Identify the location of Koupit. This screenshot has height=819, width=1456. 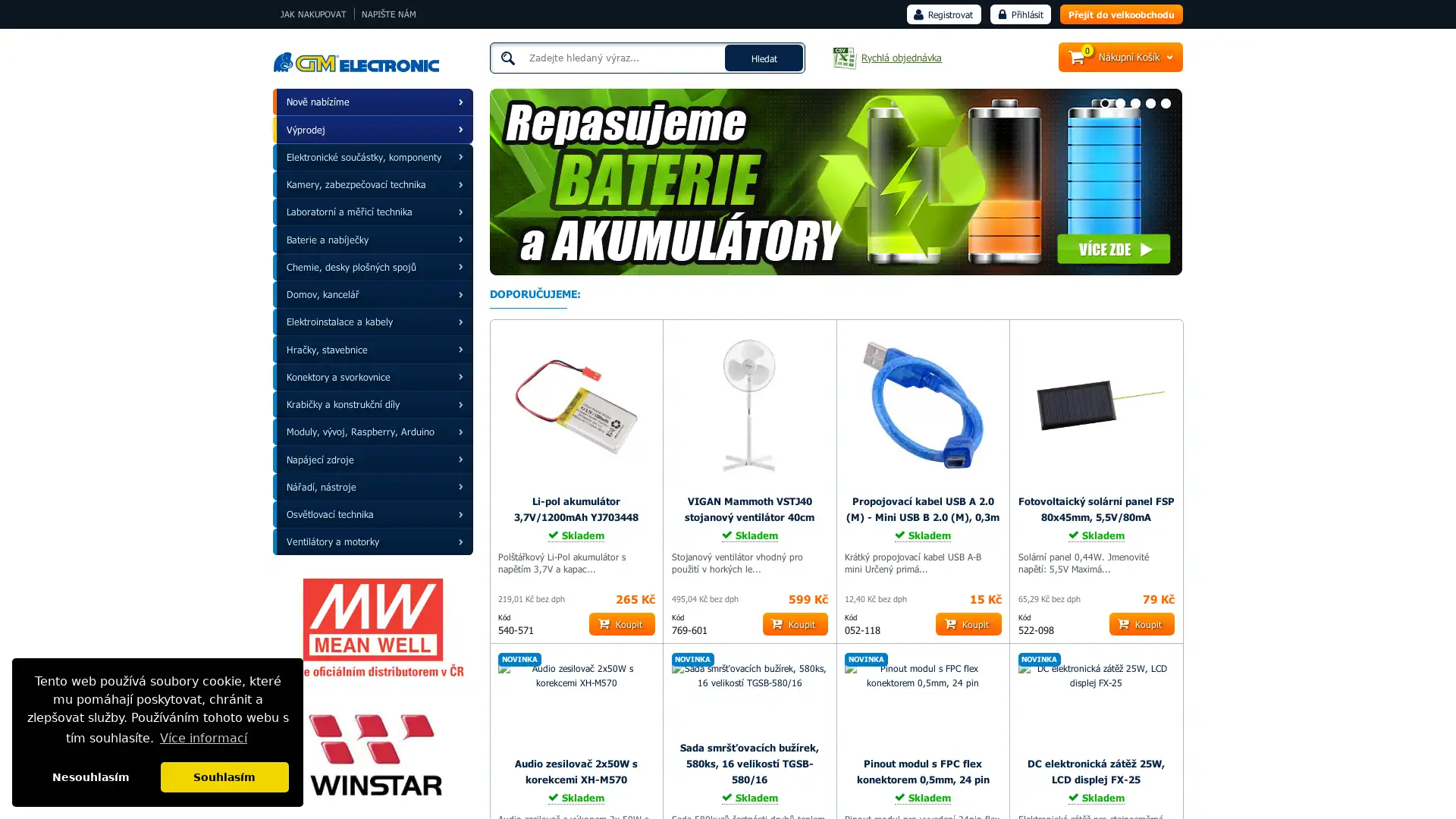
(622, 623).